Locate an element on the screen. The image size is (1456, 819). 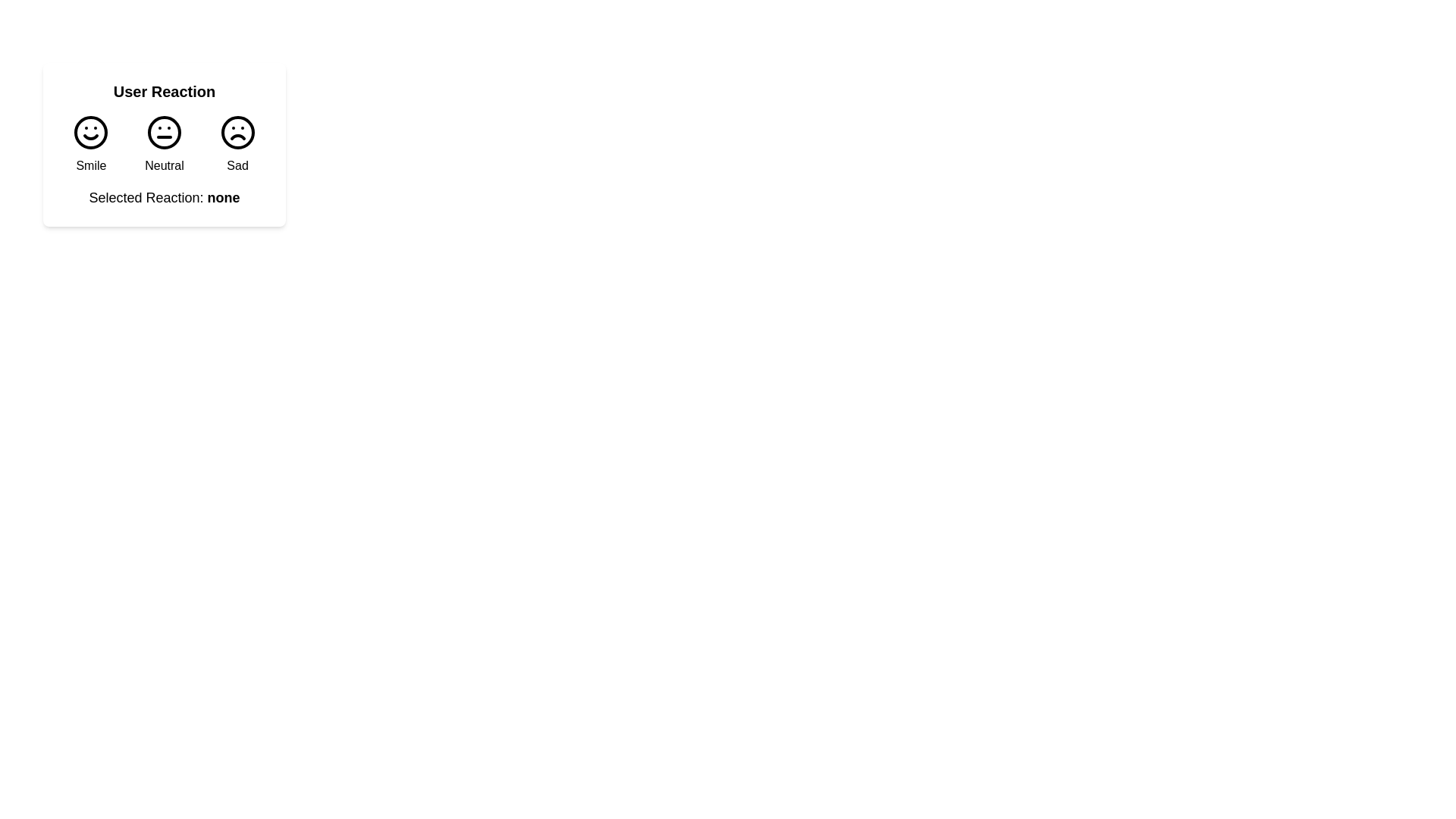
the 'Sad' reaction button is located at coordinates (237, 145).